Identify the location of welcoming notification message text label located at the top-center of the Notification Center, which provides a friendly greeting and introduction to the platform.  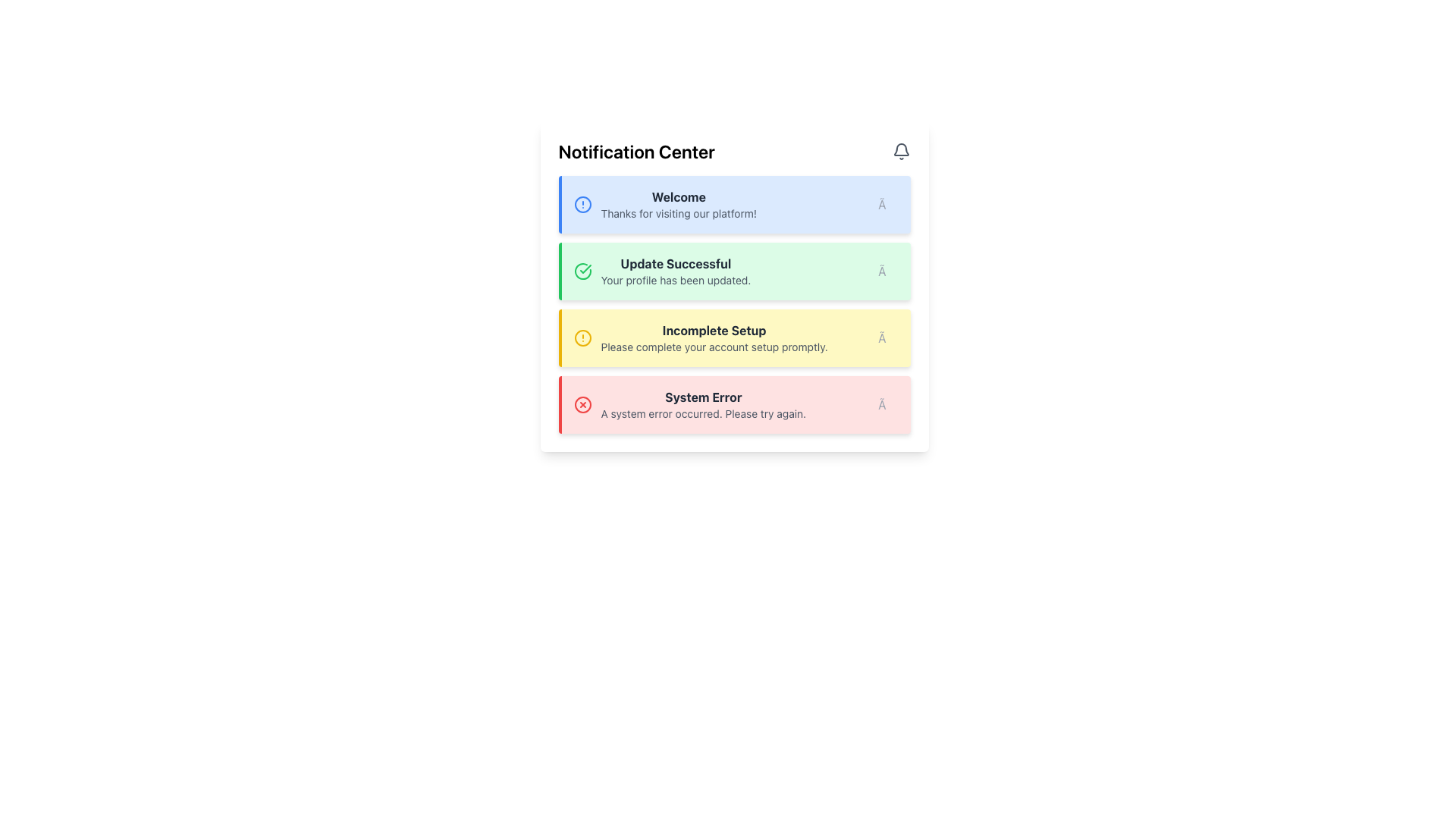
(678, 205).